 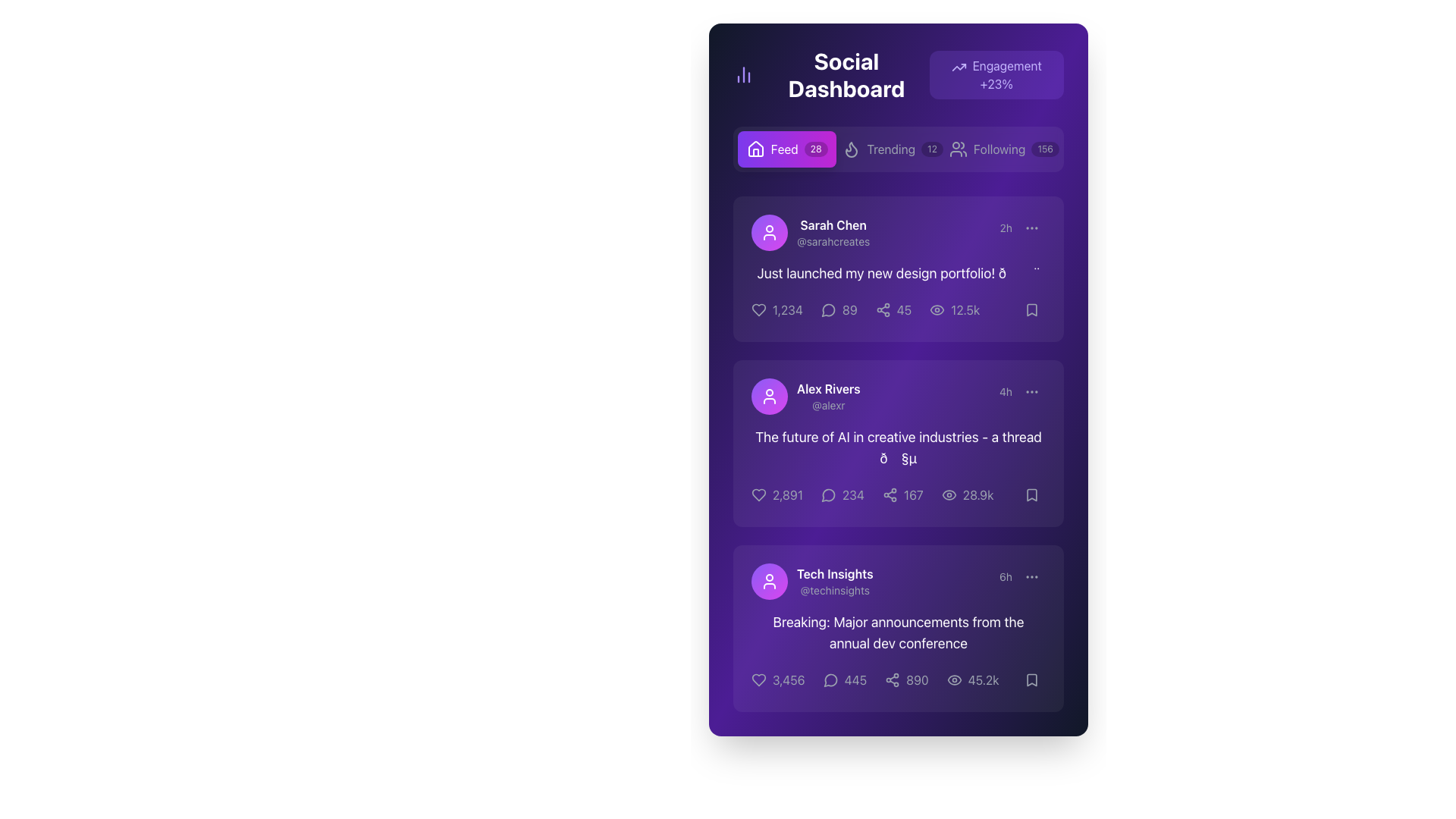 What do you see at coordinates (890, 494) in the screenshot?
I see `the connection or sharing functionality icon, which is a series of interconnected circular nodes located second from the left` at bounding box center [890, 494].